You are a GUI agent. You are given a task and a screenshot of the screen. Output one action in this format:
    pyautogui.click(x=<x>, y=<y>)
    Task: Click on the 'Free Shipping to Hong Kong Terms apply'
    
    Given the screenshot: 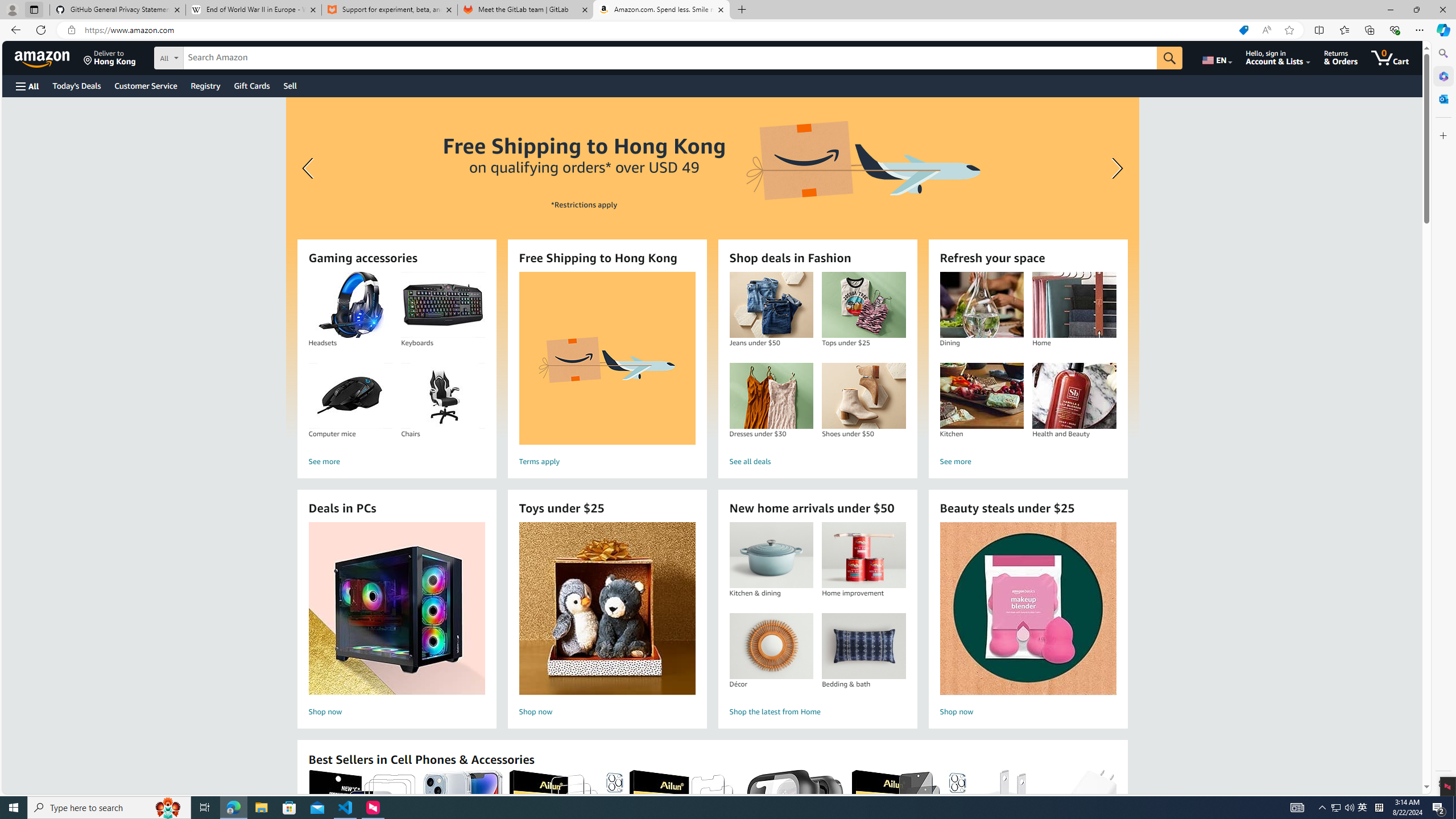 What is the action you would take?
    pyautogui.click(x=607, y=370)
    